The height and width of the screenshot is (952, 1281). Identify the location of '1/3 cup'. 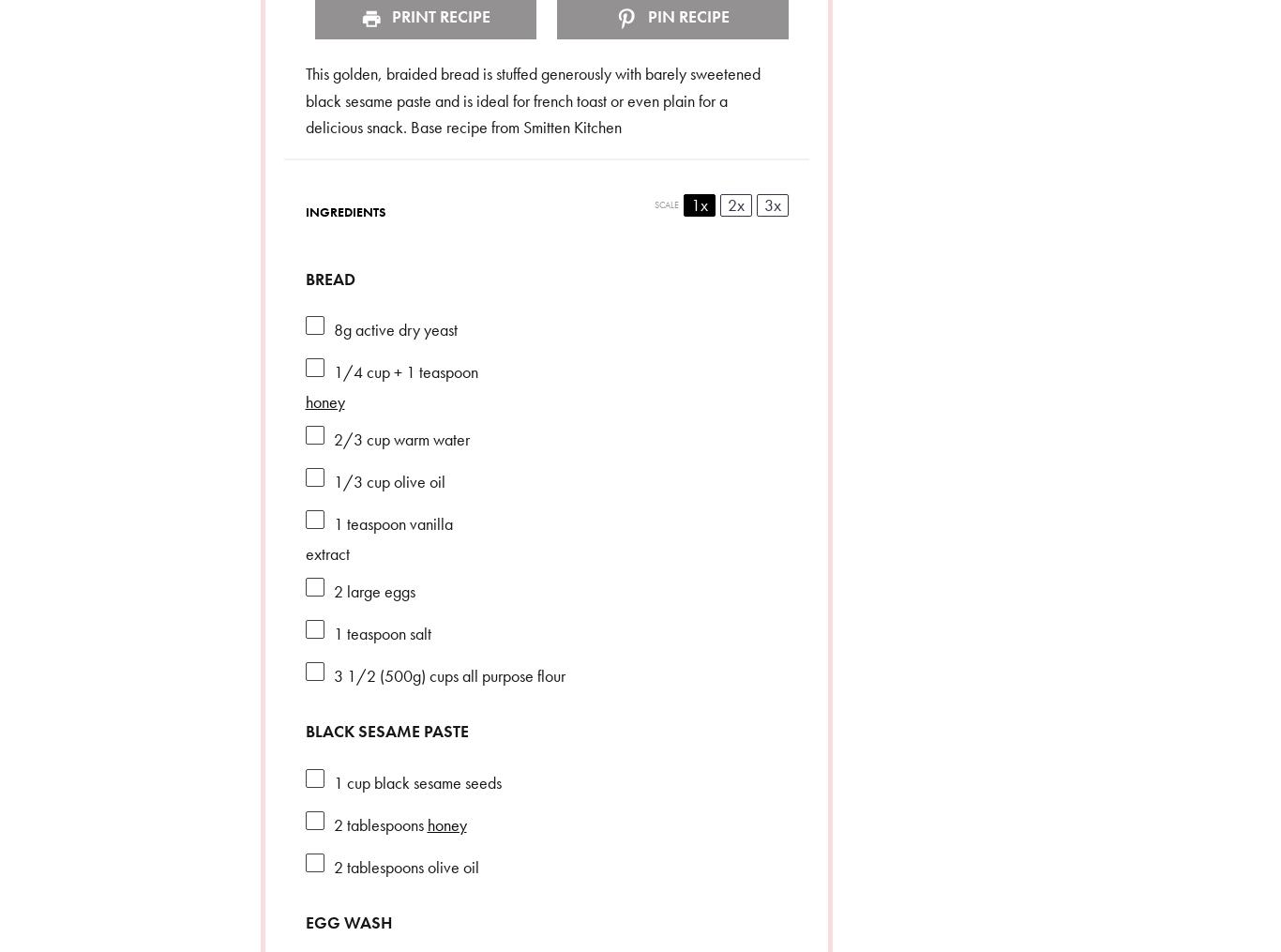
(359, 480).